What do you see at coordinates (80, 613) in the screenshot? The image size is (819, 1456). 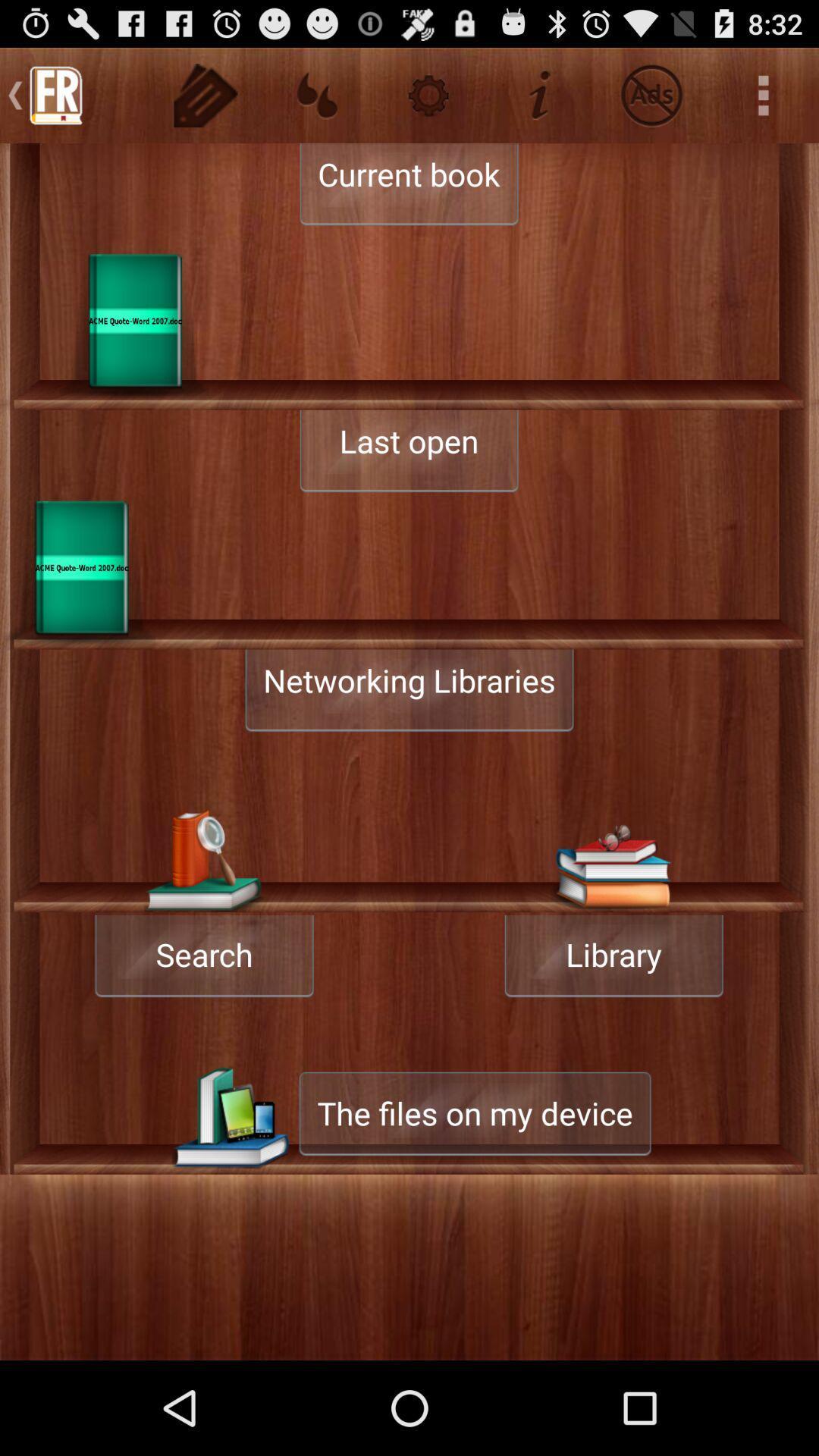 I see `the book icon` at bounding box center [80, 613].